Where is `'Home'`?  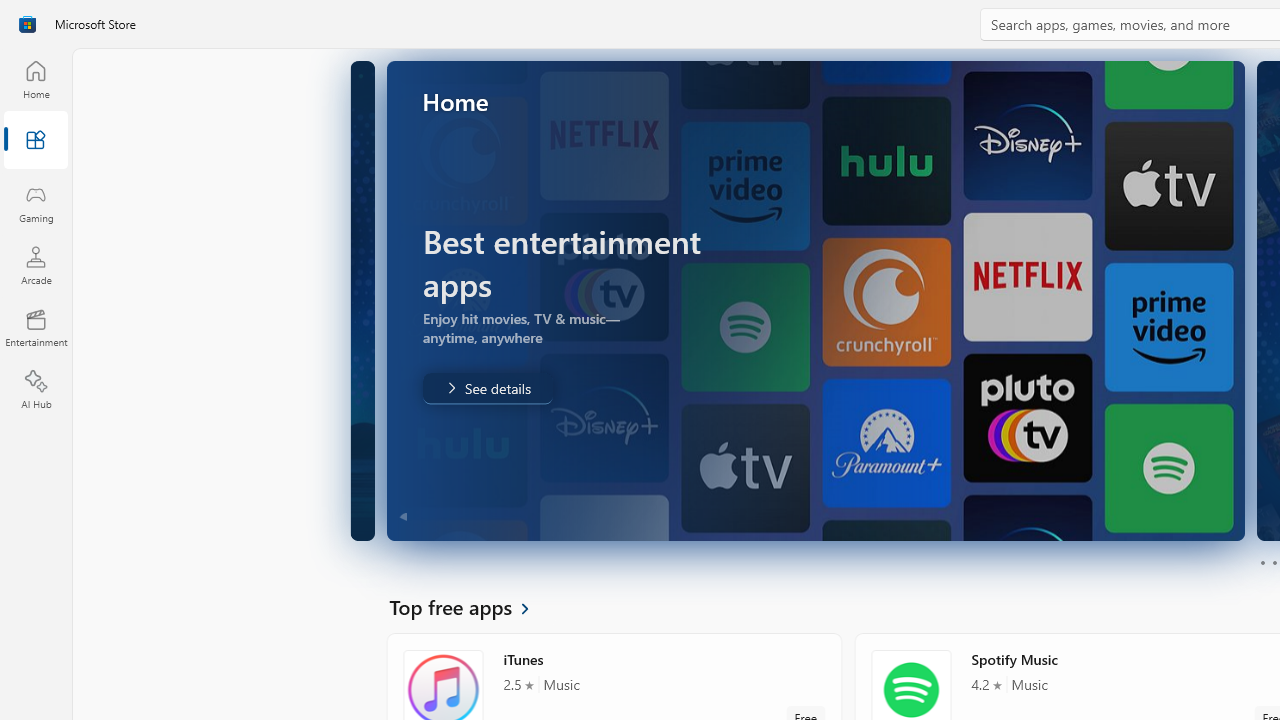
'Home' is located at coordinates (35, 78).